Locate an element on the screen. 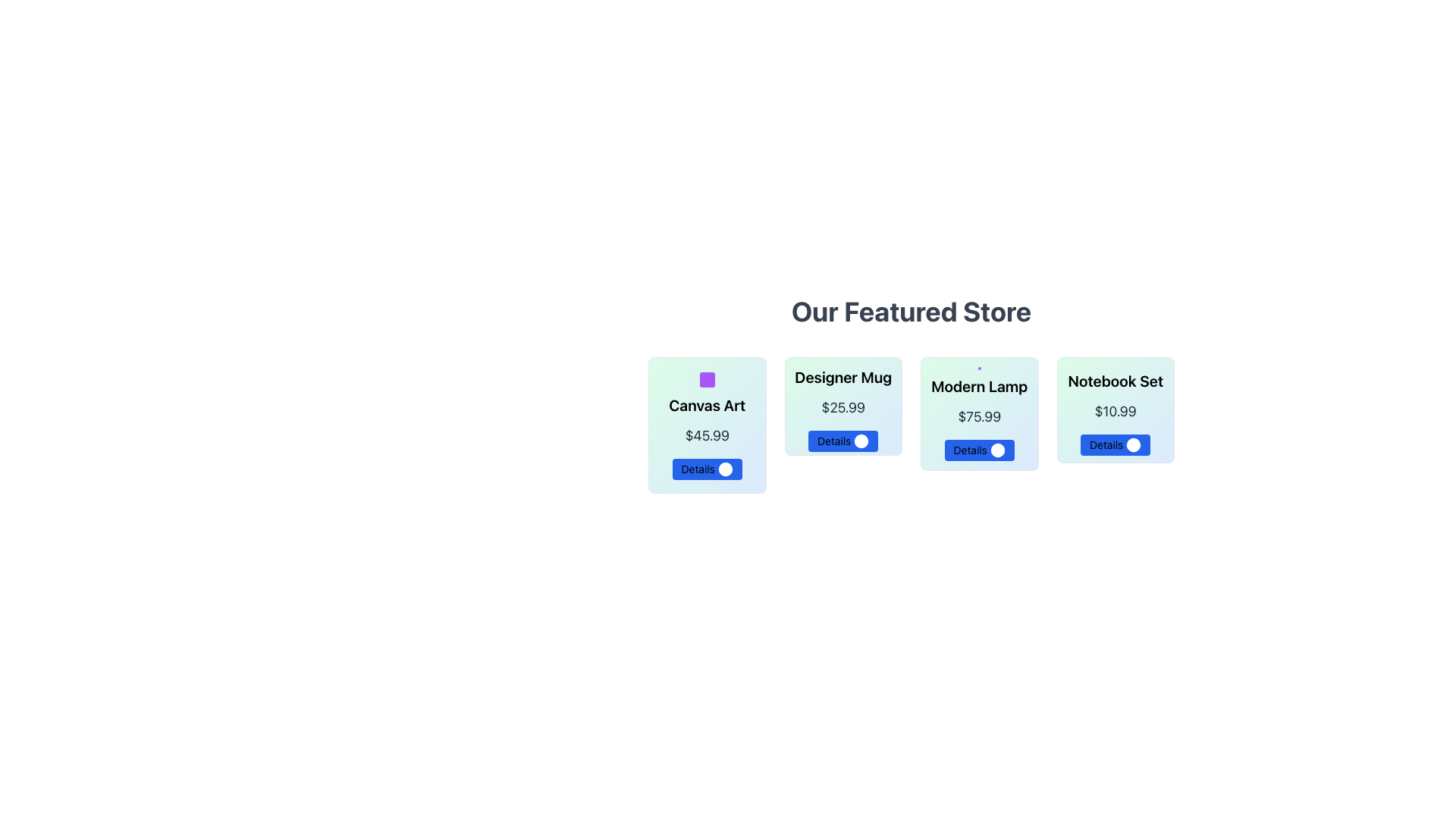  the button associated with the 'Modern Lamp' product is located at coordinates (979, 450).